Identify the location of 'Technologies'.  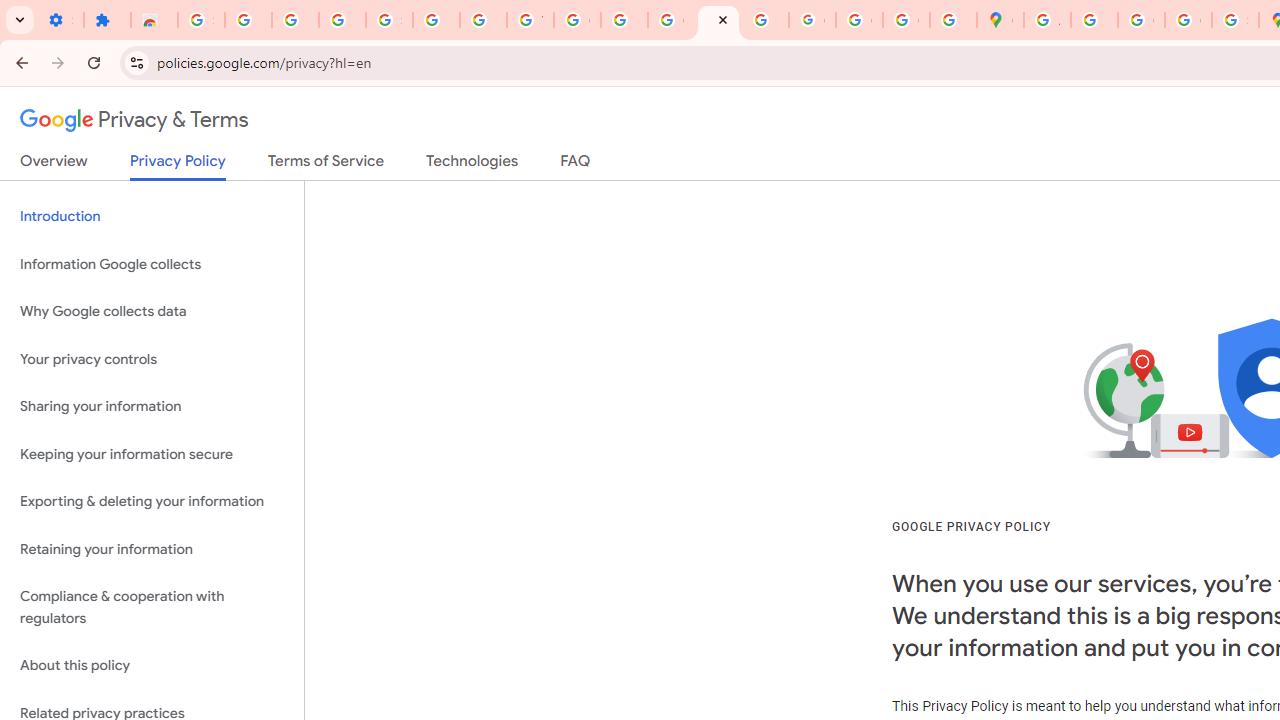
(471, 164).